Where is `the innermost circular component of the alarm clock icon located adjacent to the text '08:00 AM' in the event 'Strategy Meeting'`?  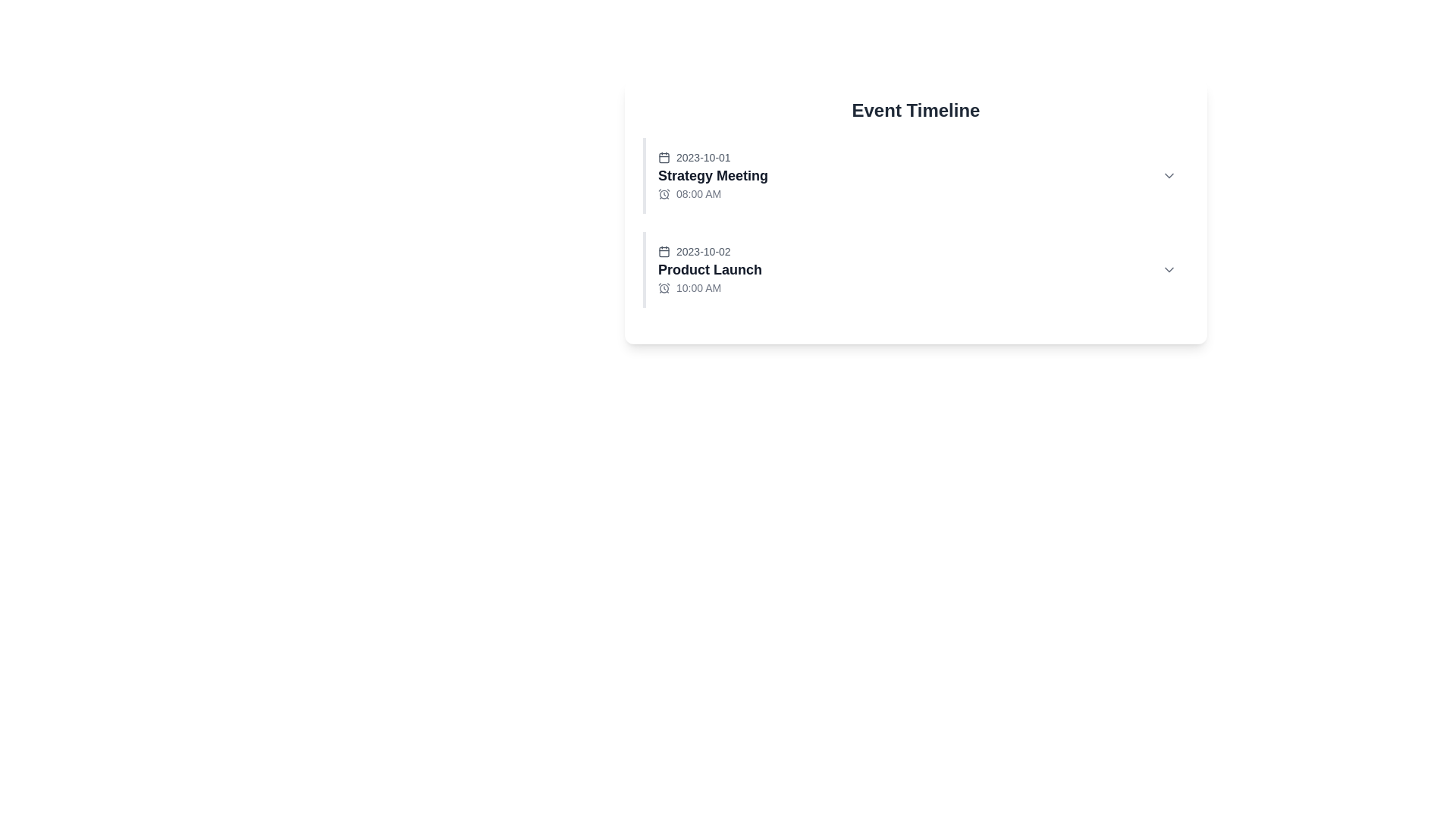 the innermost circular component of the alarm clock icon located adjacent to the text '08:00 AM' in the event 'Strategy Meeting' is located at coordinates (664, 193).